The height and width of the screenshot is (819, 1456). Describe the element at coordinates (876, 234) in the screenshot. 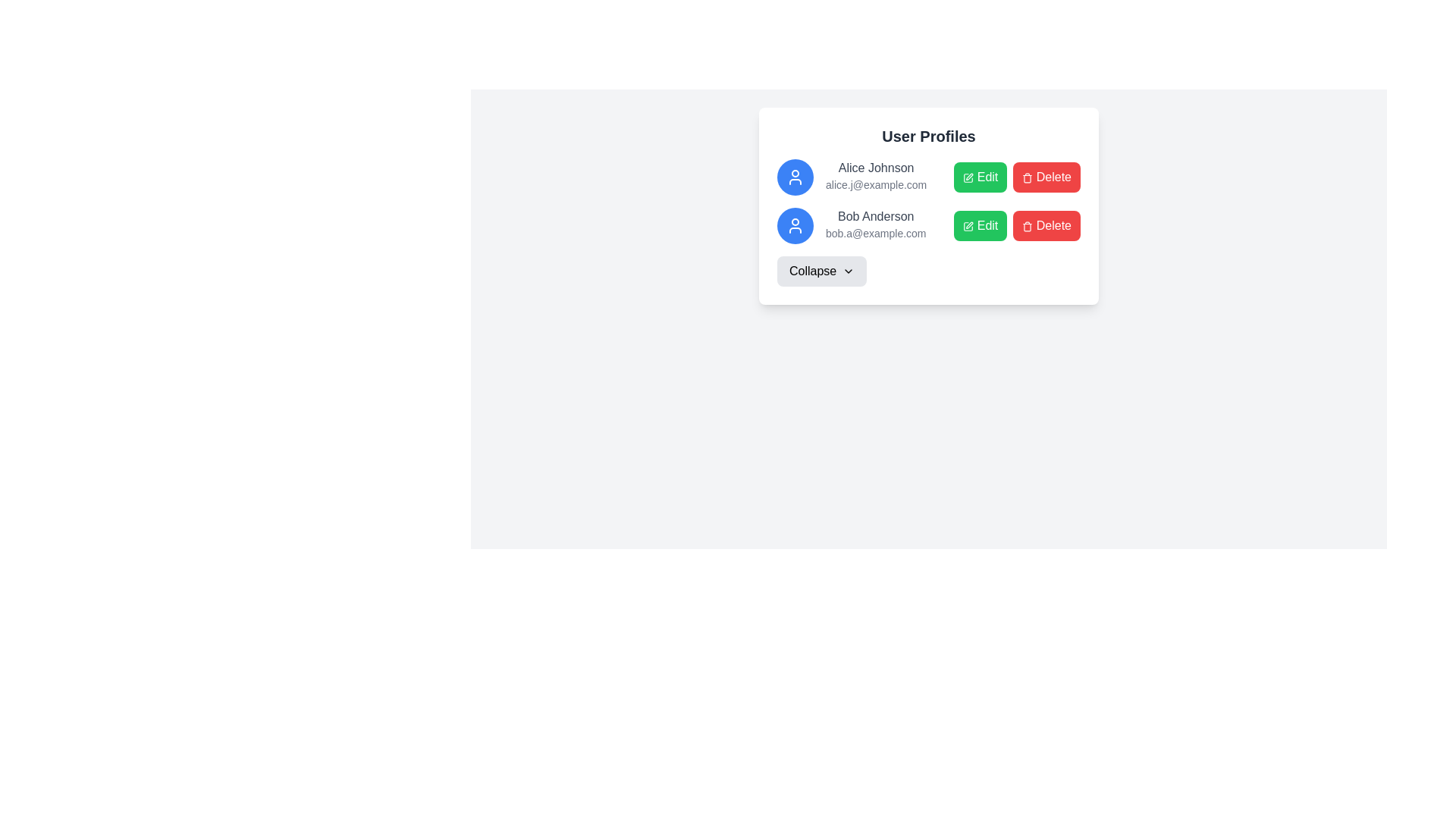

I see `the static text label displaying the email address 'bob.a@example.com', which is positioned directly below the name 'Bob Anderson' within the user profile block` at that location.